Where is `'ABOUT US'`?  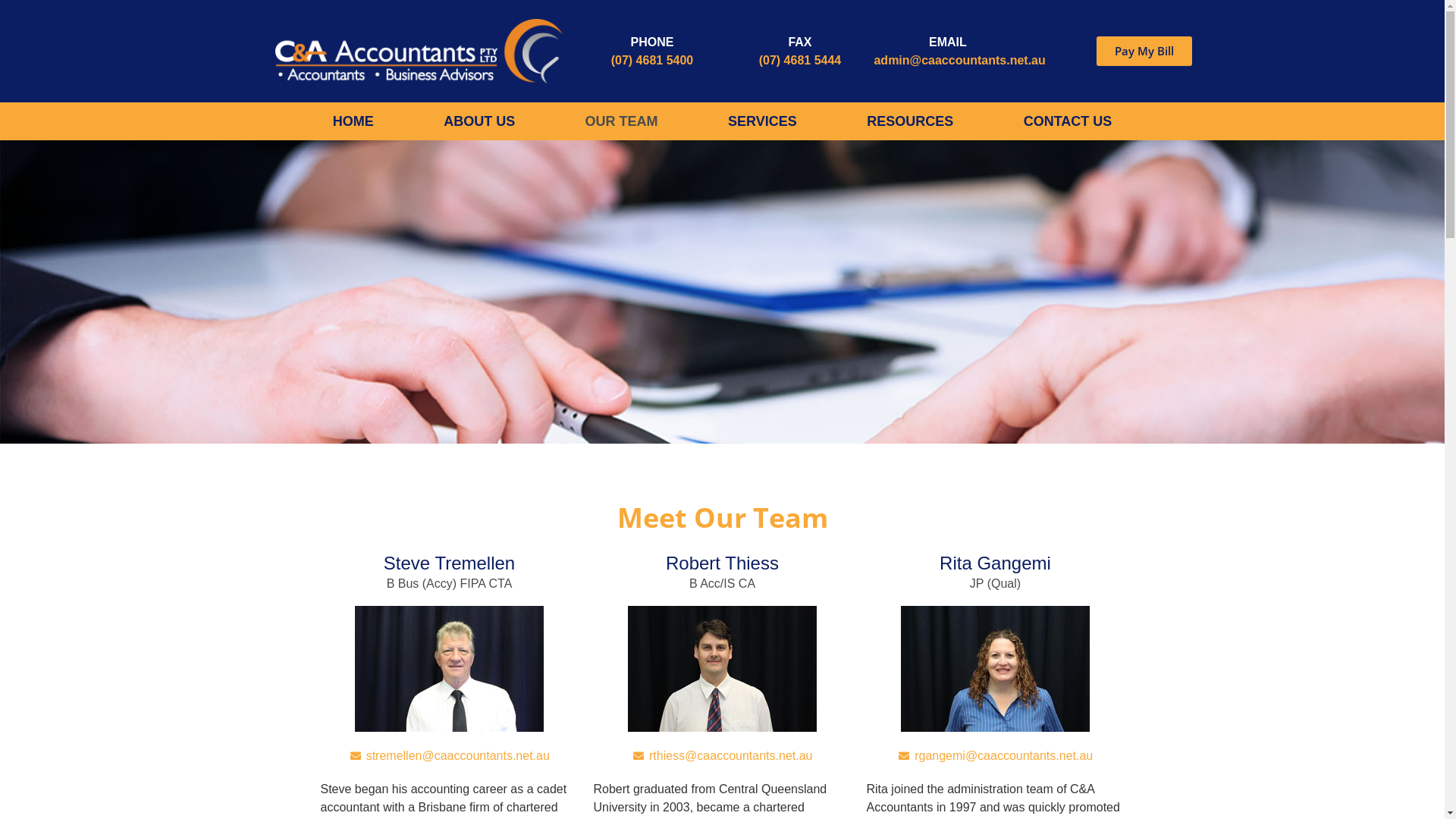
'ABOUT US' is located at coordinates (479, 120).